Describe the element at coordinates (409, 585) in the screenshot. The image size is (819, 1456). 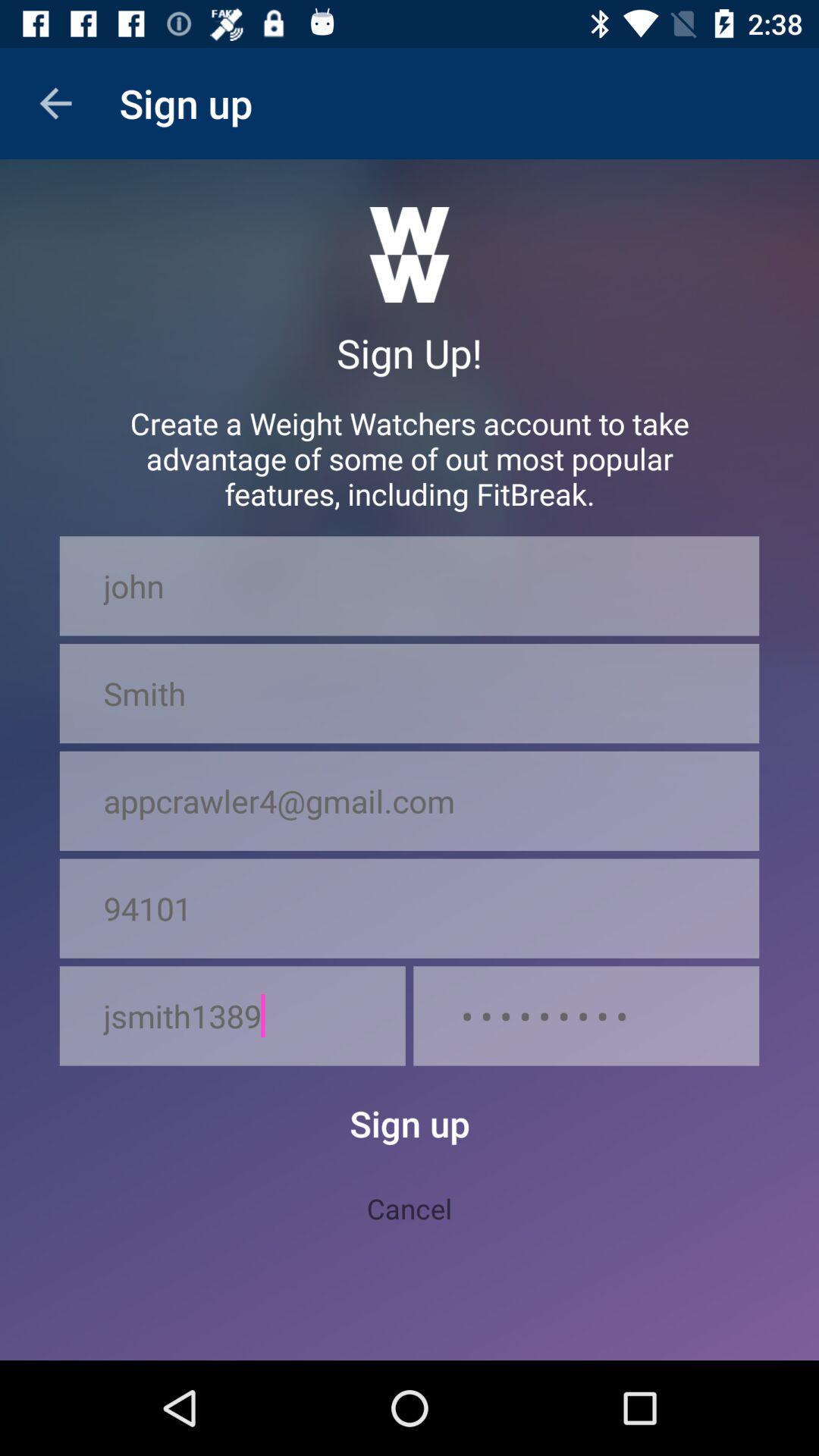
I see `the first text field of the page` at that location.